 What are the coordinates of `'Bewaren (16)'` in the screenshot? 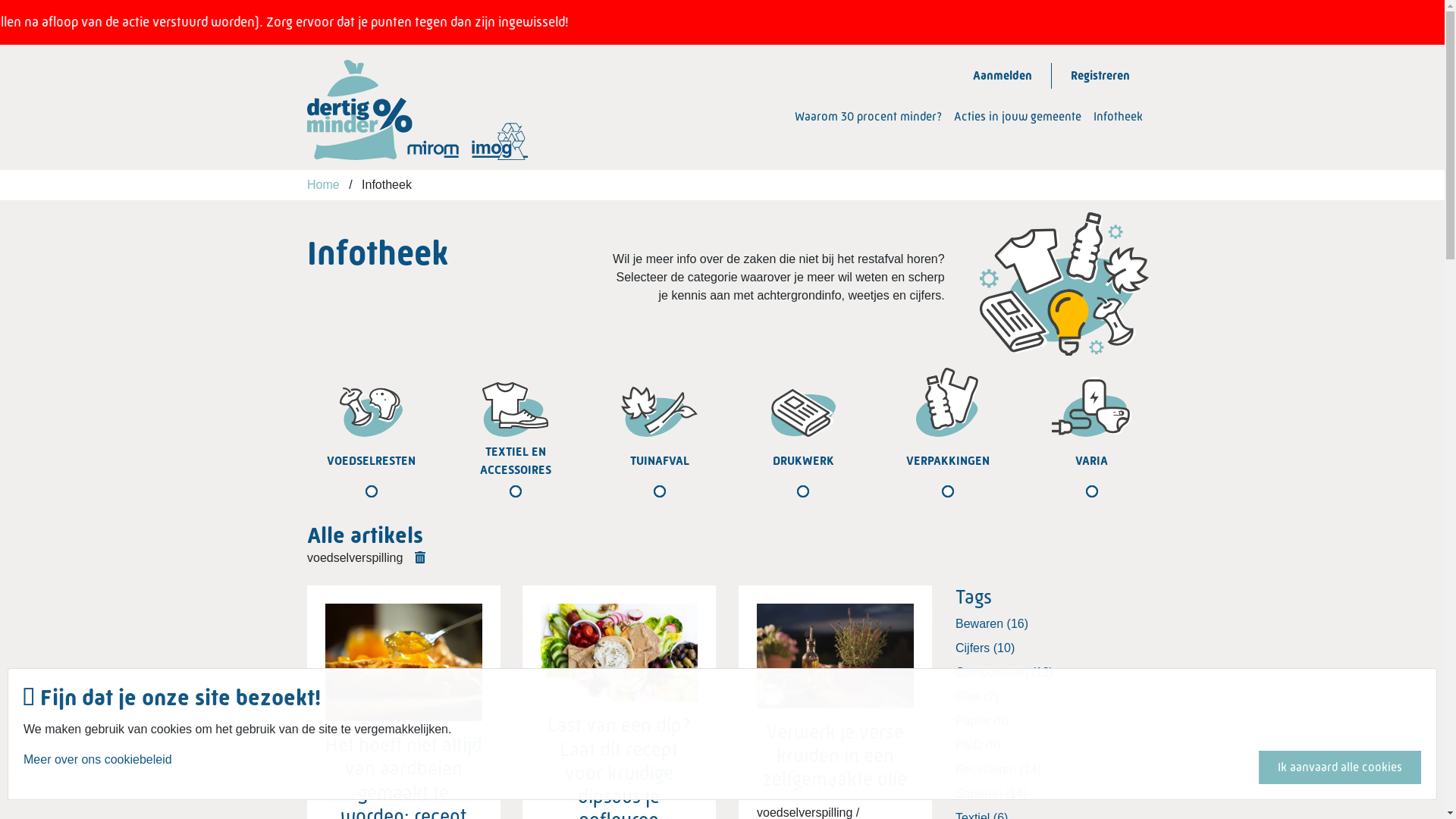 It's located at (1051, 623).